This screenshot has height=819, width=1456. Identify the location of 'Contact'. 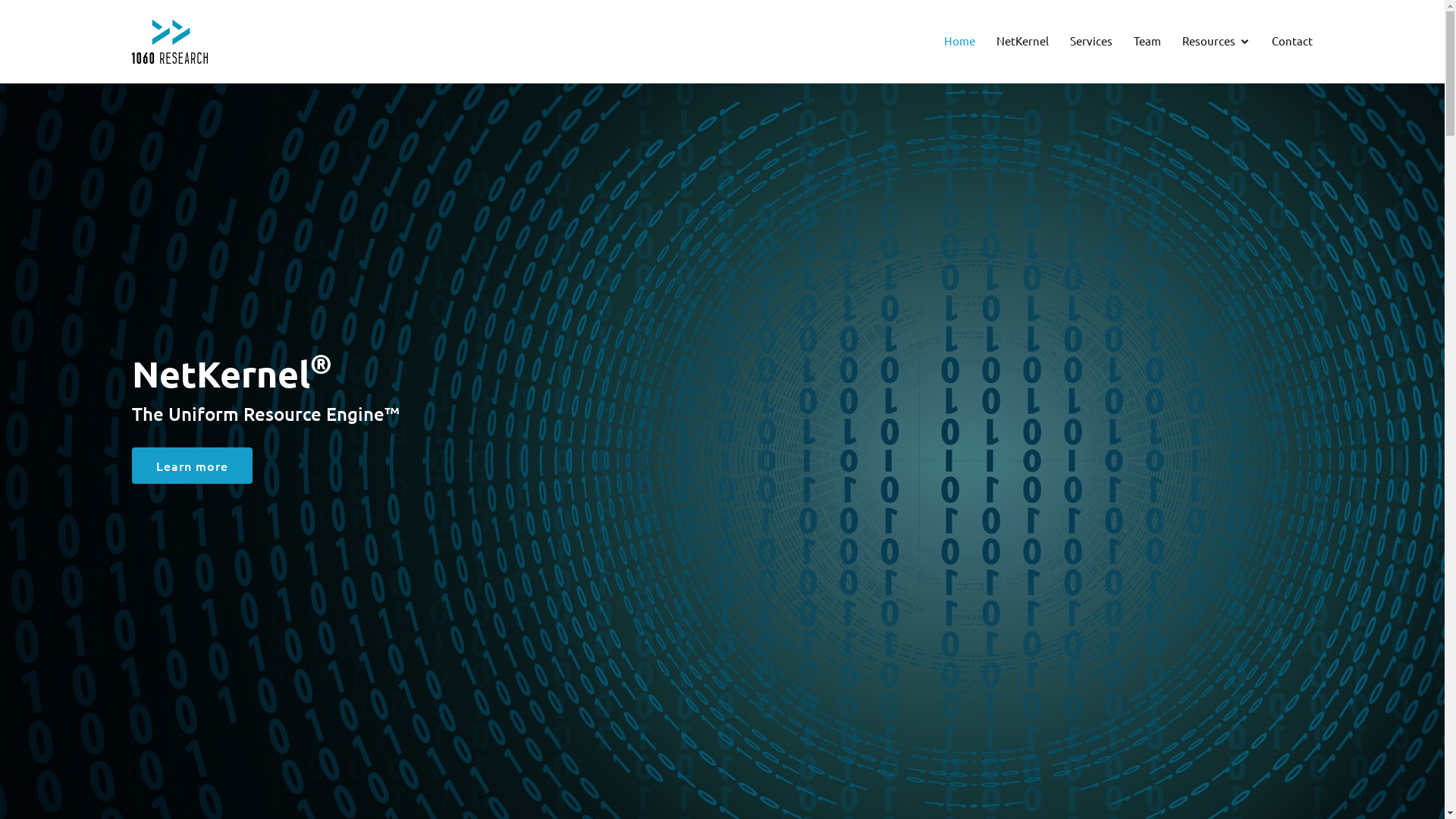
(1291, 40).